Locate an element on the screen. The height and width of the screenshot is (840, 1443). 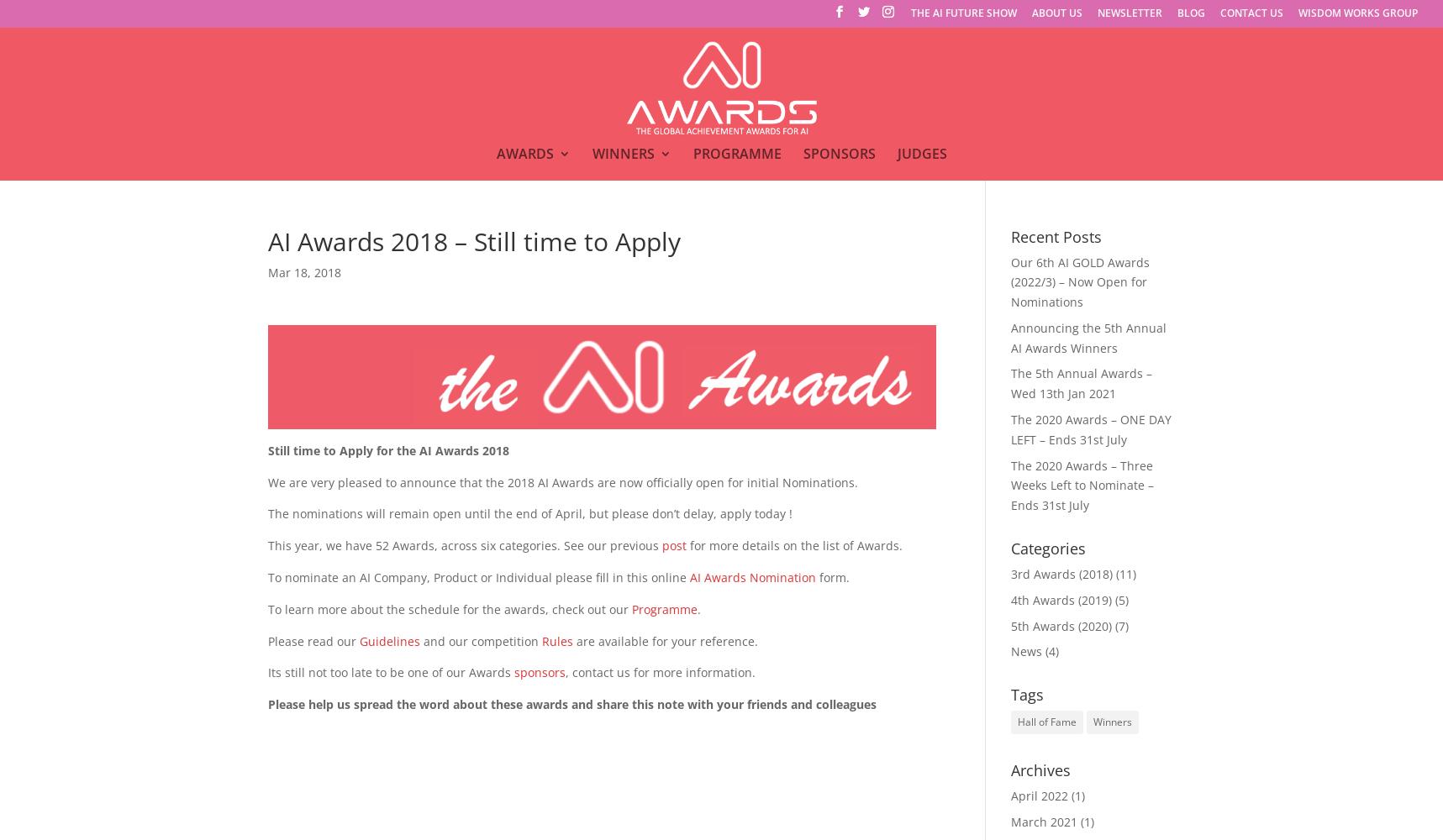
'.' is located at coordinates (698, 607).